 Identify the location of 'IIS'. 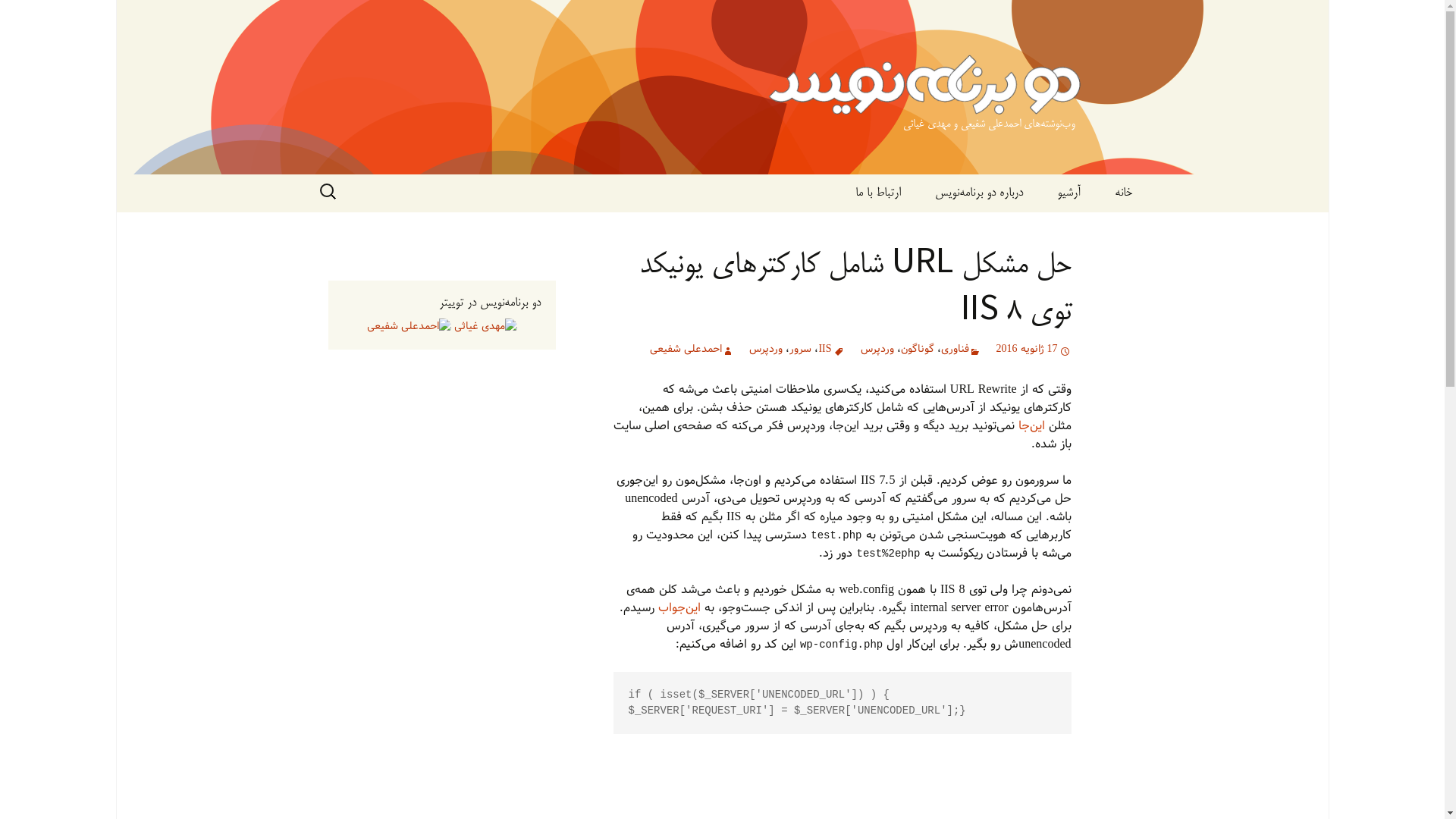
(830, 350).